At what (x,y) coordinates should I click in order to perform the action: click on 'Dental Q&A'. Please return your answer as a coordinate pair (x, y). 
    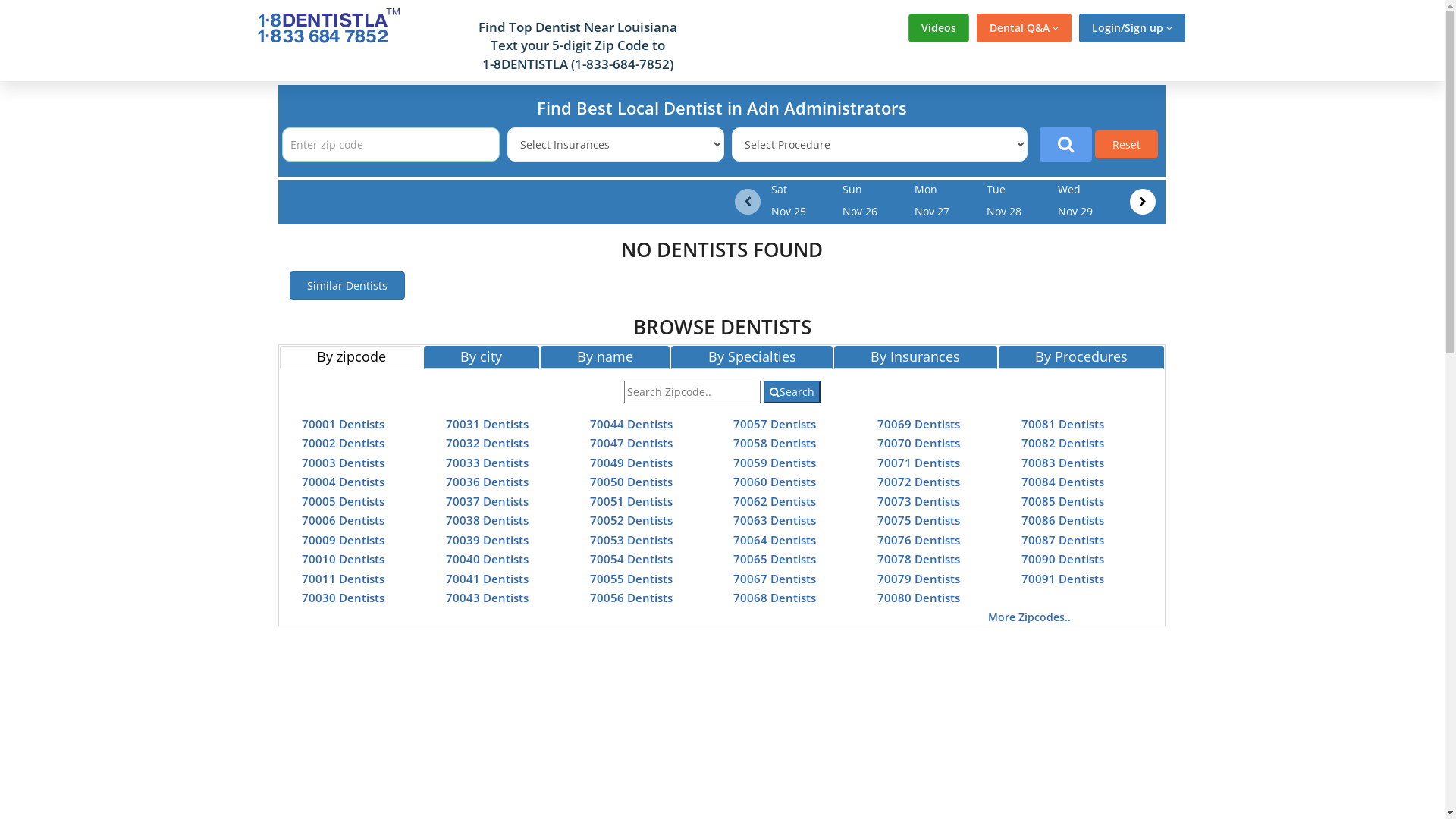
    Looking at the image, I should click on (1024, 28).